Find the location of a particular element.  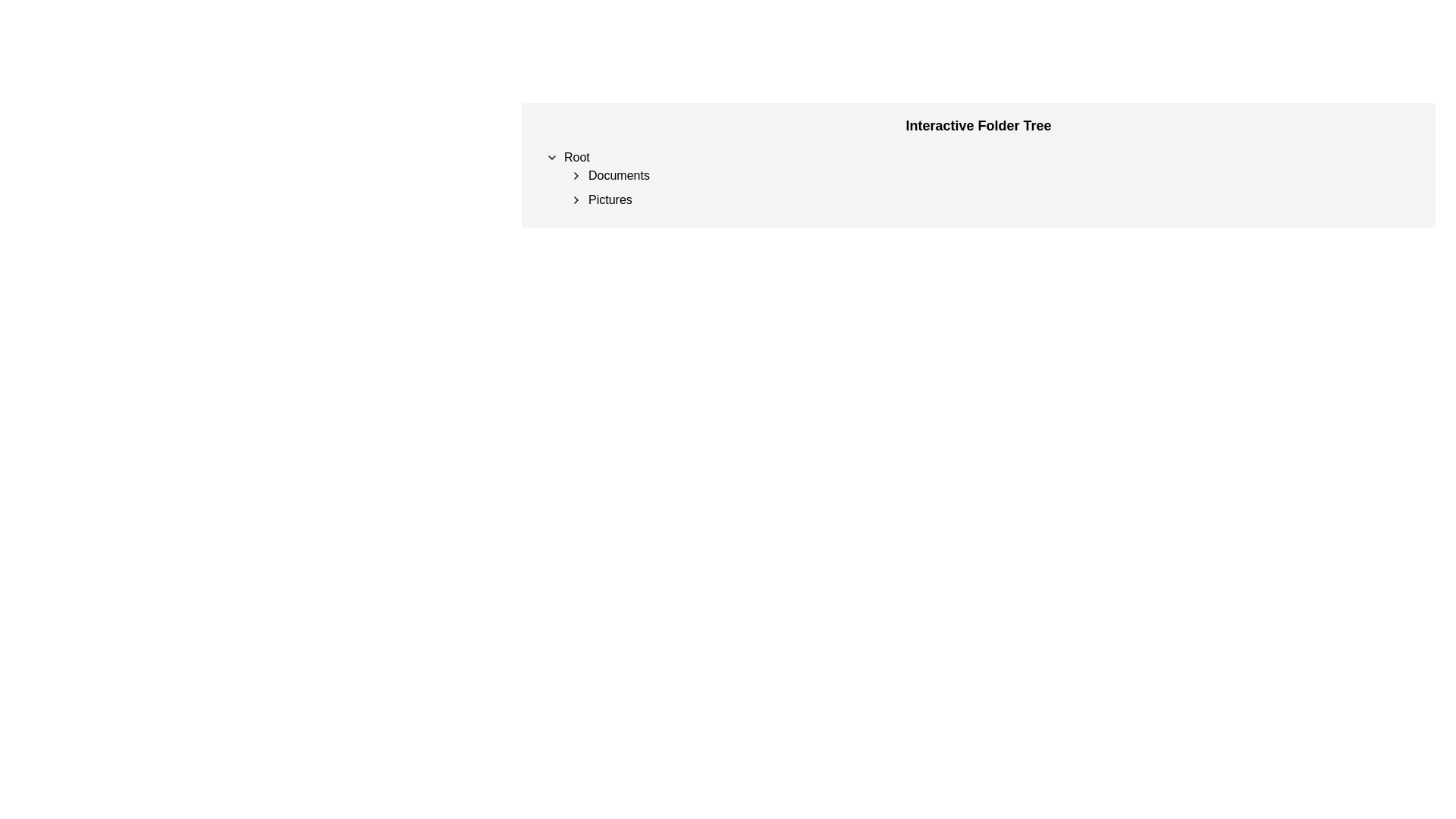

the static text label representing the root directory of the interactive tree structure, located beside the downward-pointing chevron icon is located at coordinates (576, 158).